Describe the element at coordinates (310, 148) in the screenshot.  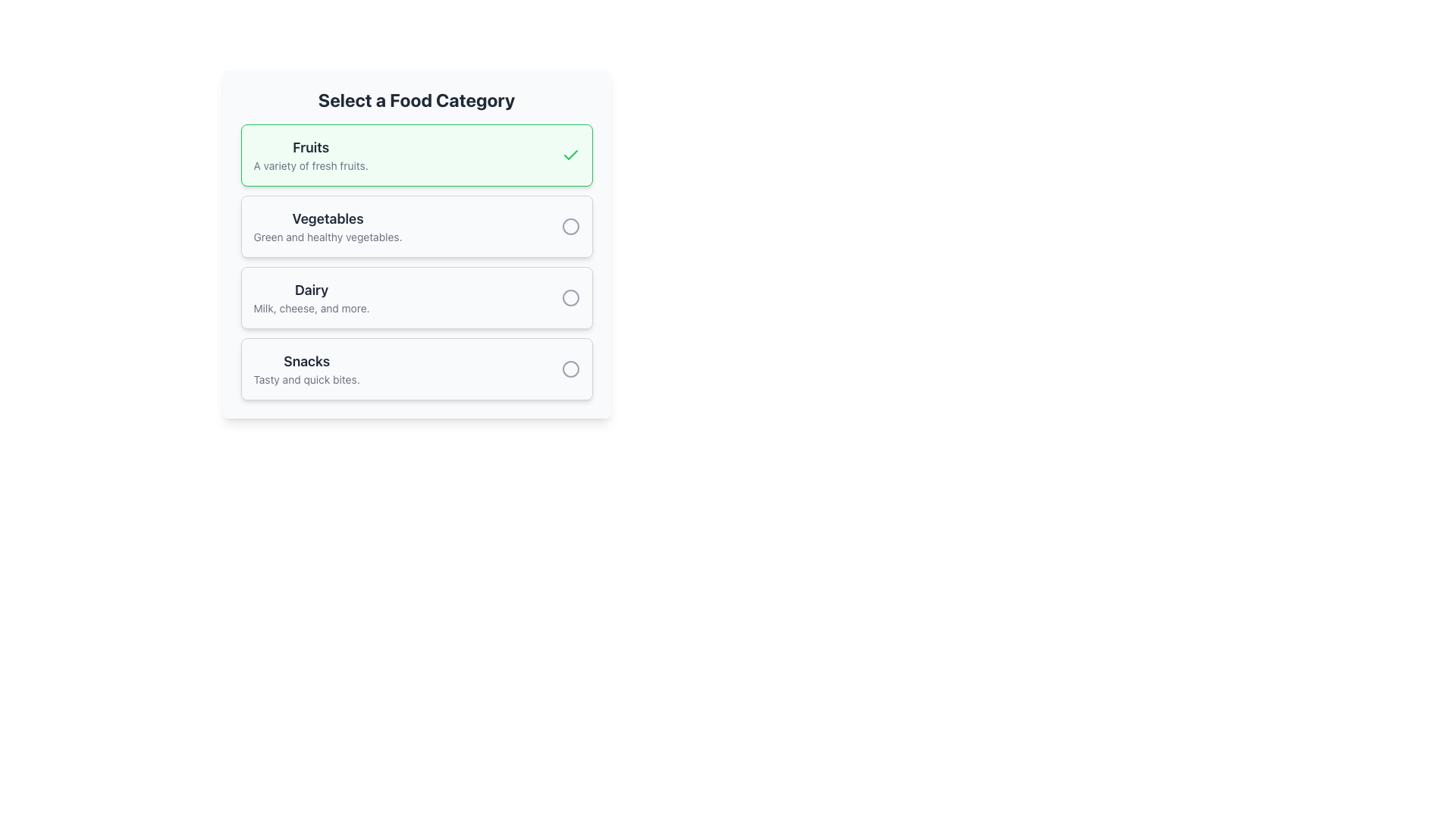
I see `text label 'Fruits' which serves as the title for the fruits category in the food selection interface` at that location.